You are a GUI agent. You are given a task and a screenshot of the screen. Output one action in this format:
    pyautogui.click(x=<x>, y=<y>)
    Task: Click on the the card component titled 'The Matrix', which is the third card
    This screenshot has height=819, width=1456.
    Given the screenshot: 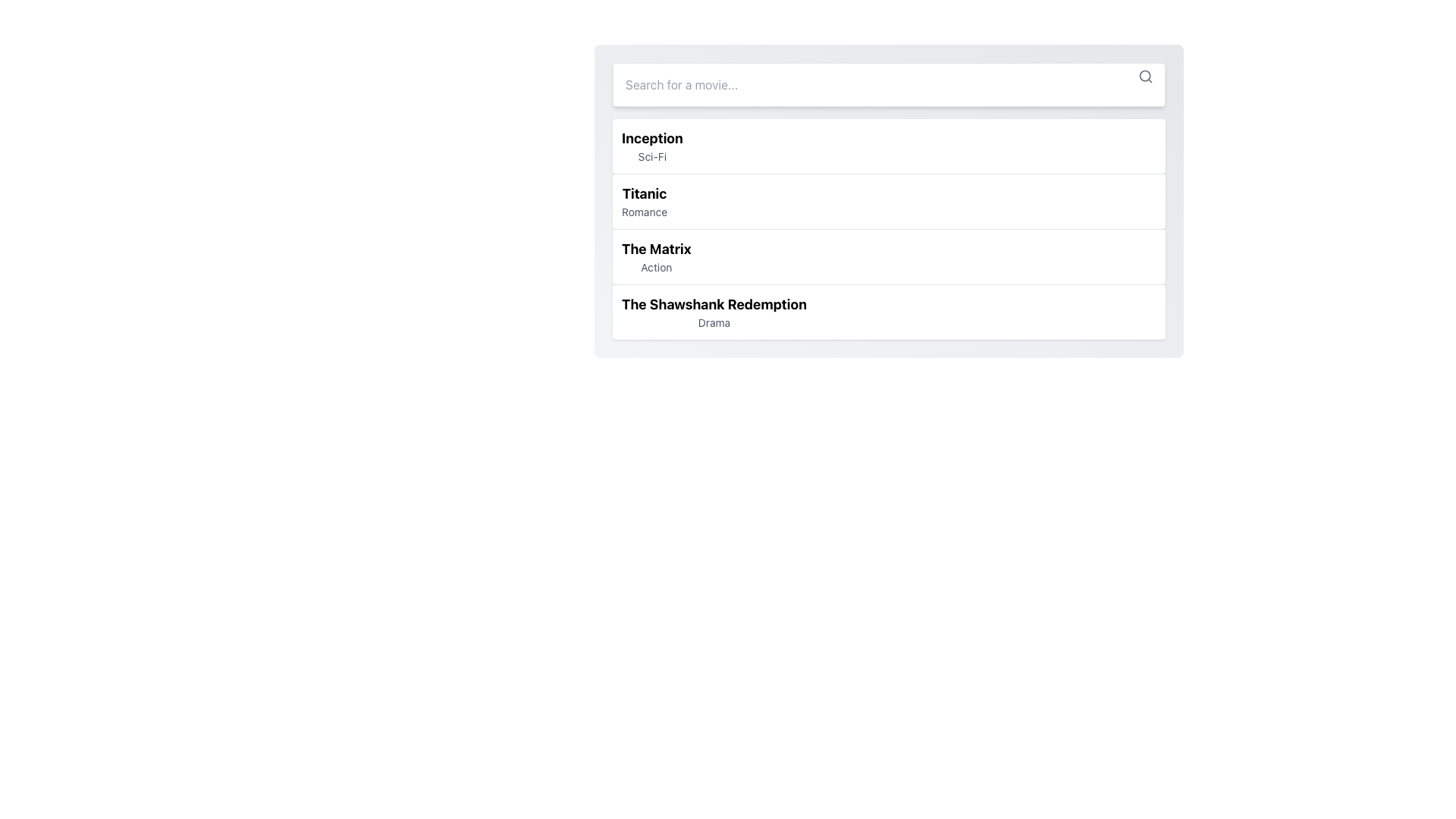 What is the action you would take?
    pyautogui.click(x=889, y=256)
    